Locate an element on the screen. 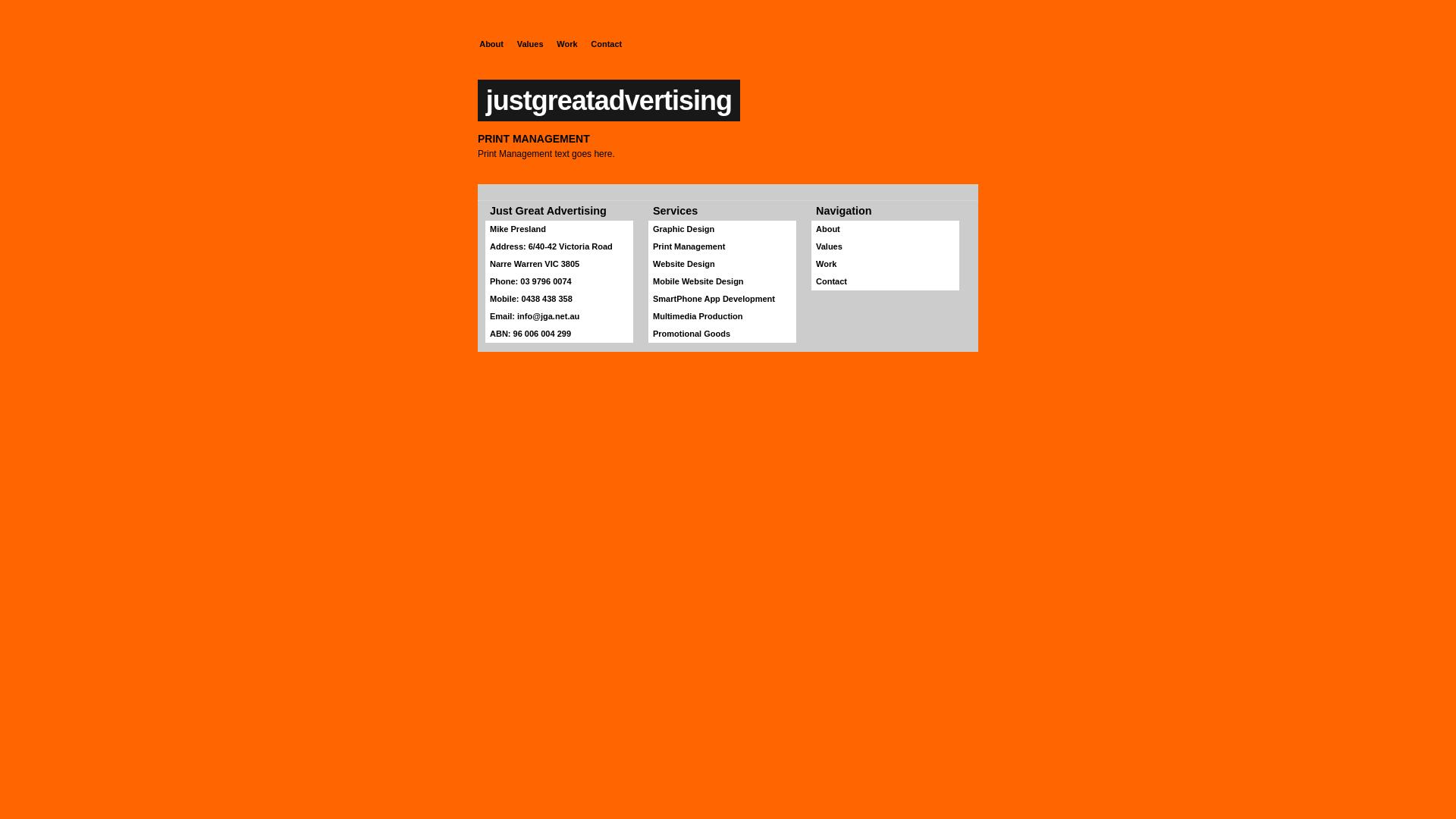 Image resolution: width=1456 pixels, height=819 pixels. 'Print Management' is located at coordinates (721, 246).